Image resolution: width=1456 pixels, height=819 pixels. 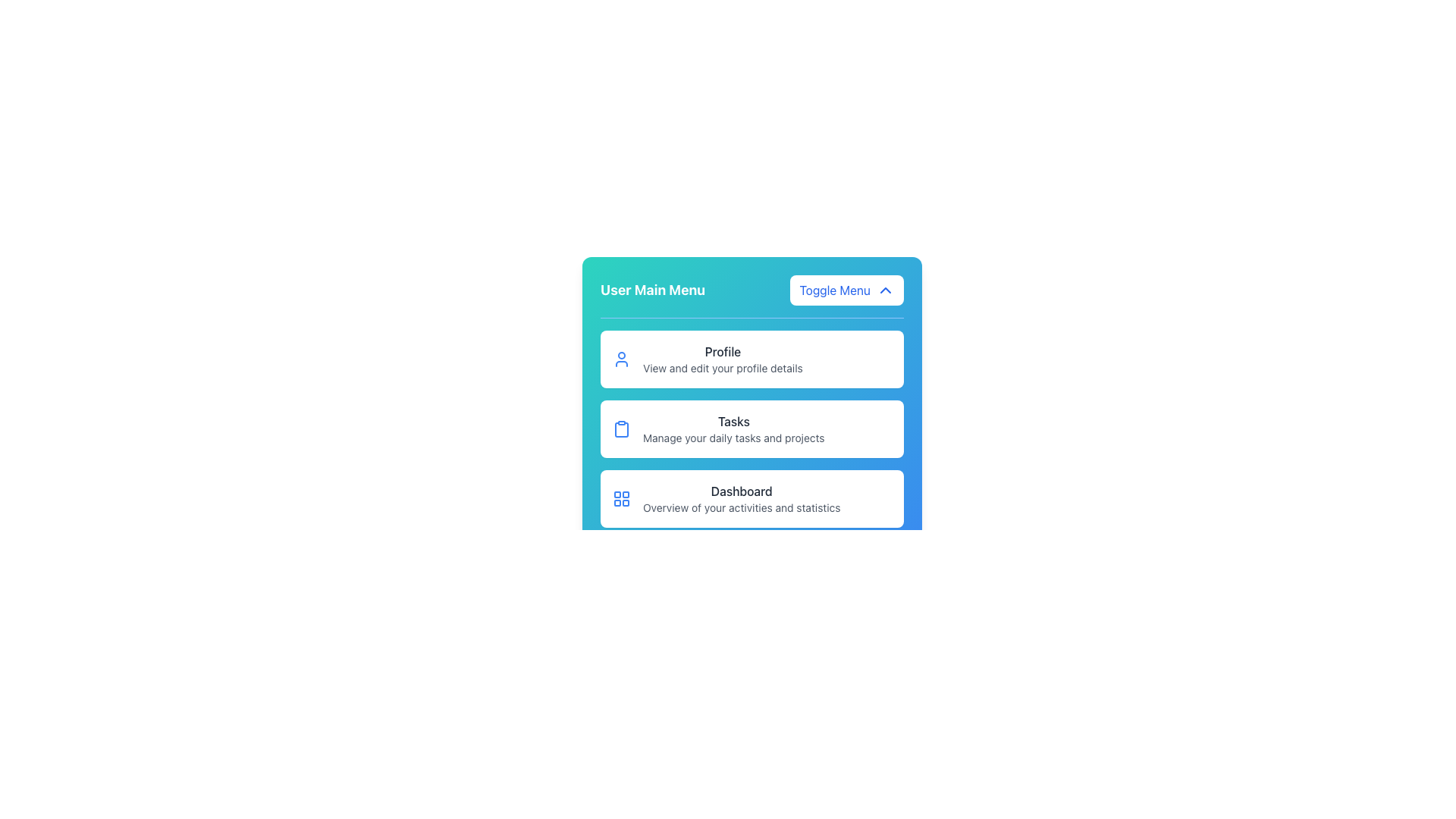 What do you see at coordinates (622, 499) in the screenshot?
I see `the grid-like icon with four blue outlined squares located in the 'Dashboard' section, positioned left of the 'Dashboard' title text` at bounding box center [622, 499].